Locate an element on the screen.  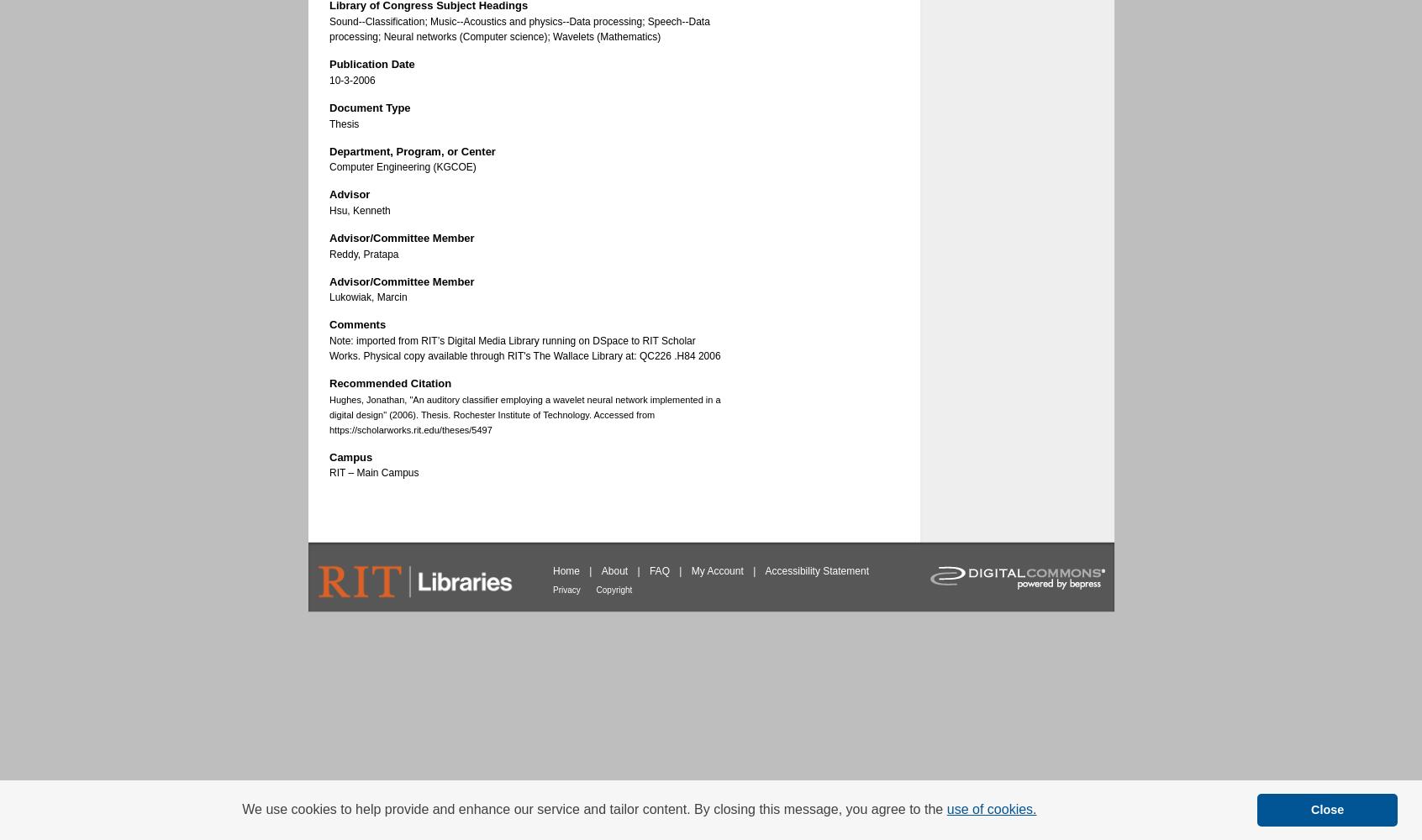
'Accessibility Statement' is located at coordinates (816, 571).